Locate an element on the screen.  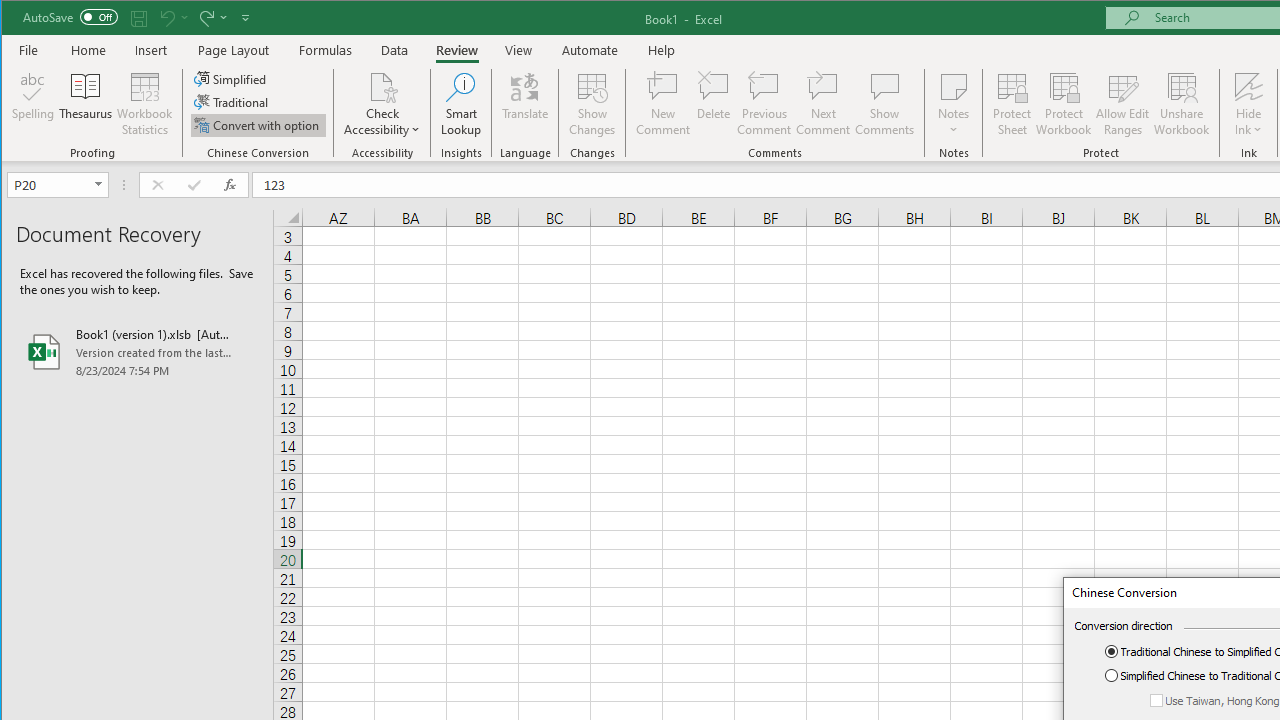
'Unshare Workbook' is located at coordinates (1182, 104).